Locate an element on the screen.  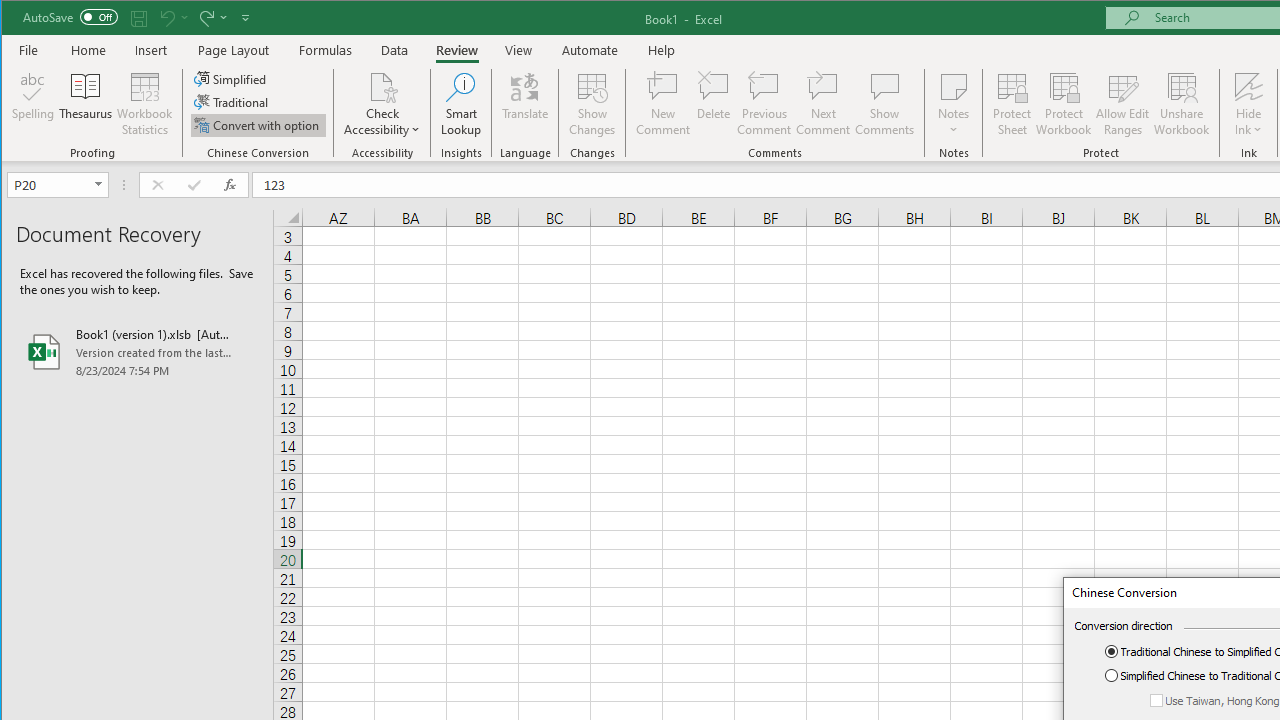
'Unshare Workbook' is located at coordinates (1182, 104).